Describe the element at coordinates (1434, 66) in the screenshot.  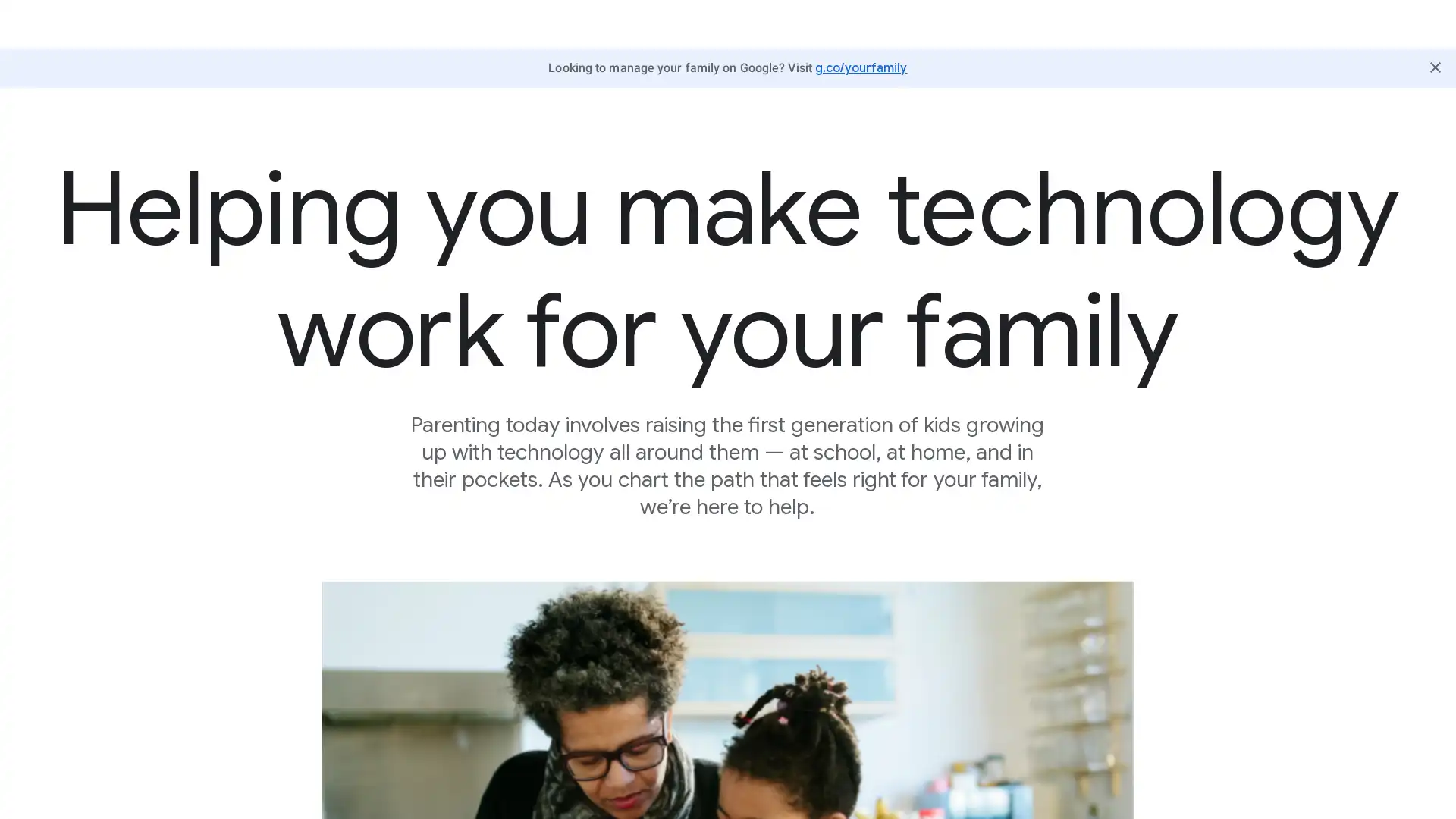
I see `Close Butter Bar` at that location.